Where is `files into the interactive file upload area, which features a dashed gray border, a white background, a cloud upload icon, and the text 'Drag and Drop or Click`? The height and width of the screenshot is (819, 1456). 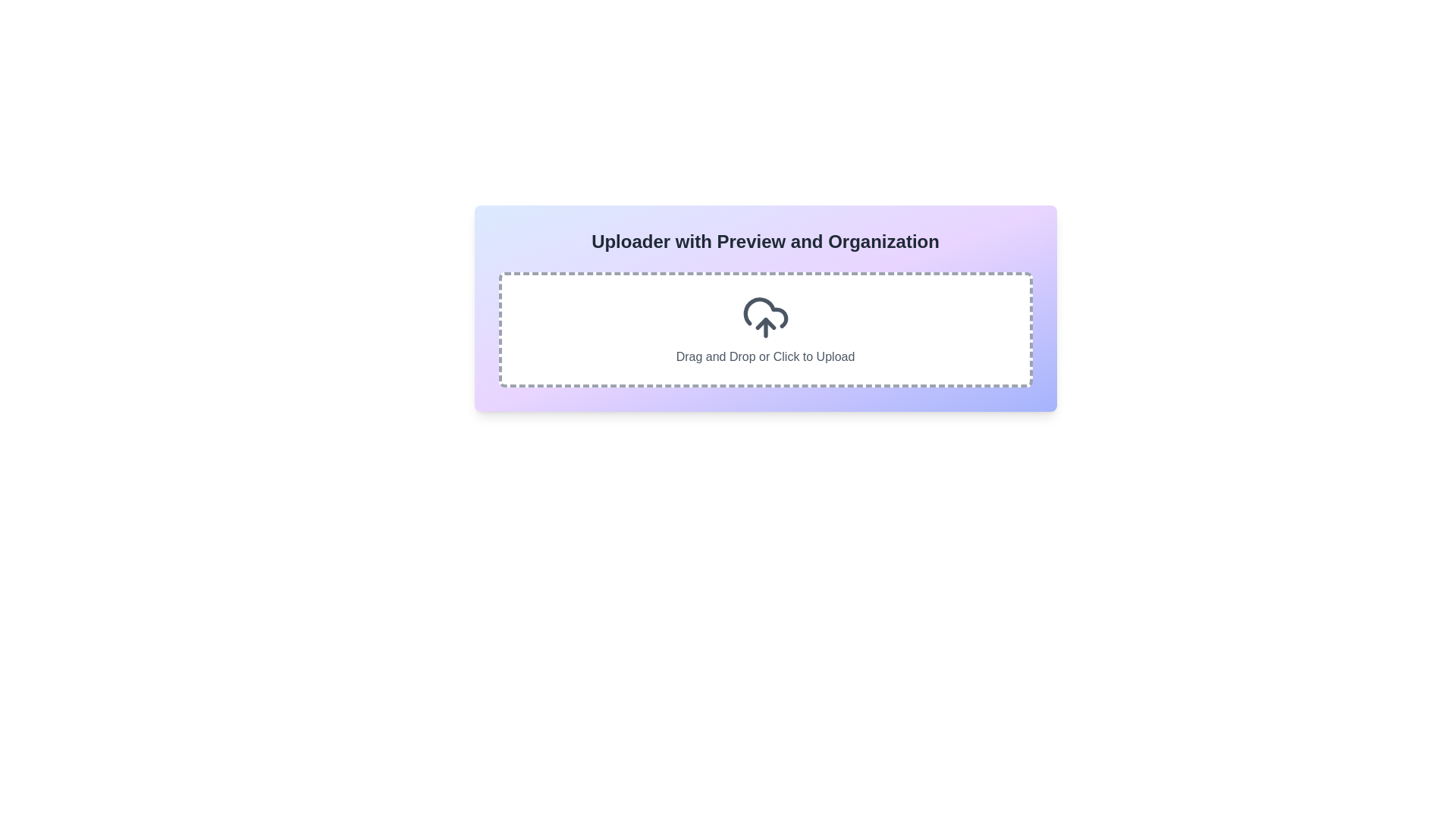
files into the interactive file upload area, which features a dashed gray border, a white background, a cloud upload icon, and the text 'Drag and Drop or Click is located at coordinates (765, 329).